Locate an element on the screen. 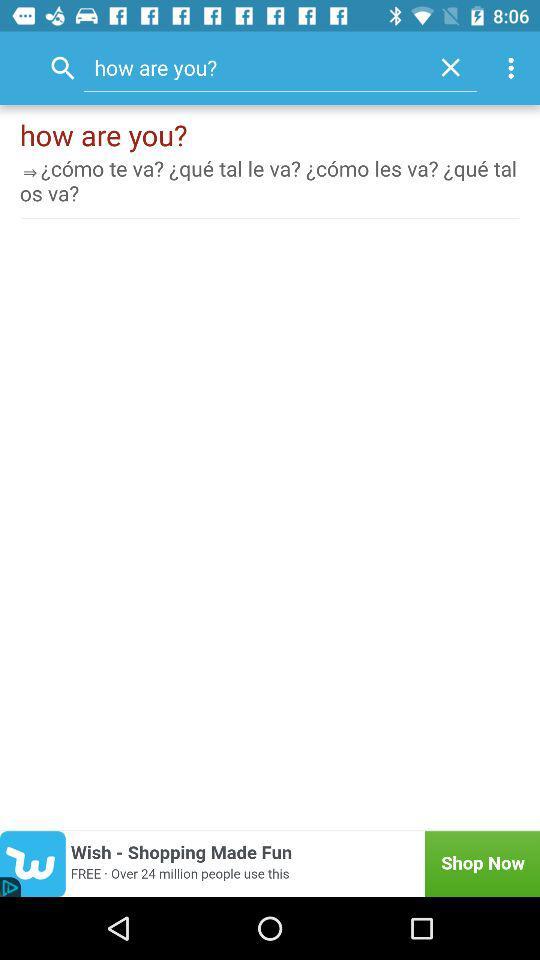 This screenshot has width=540, height=960. open advertisement is located at coordinates (270, 863).